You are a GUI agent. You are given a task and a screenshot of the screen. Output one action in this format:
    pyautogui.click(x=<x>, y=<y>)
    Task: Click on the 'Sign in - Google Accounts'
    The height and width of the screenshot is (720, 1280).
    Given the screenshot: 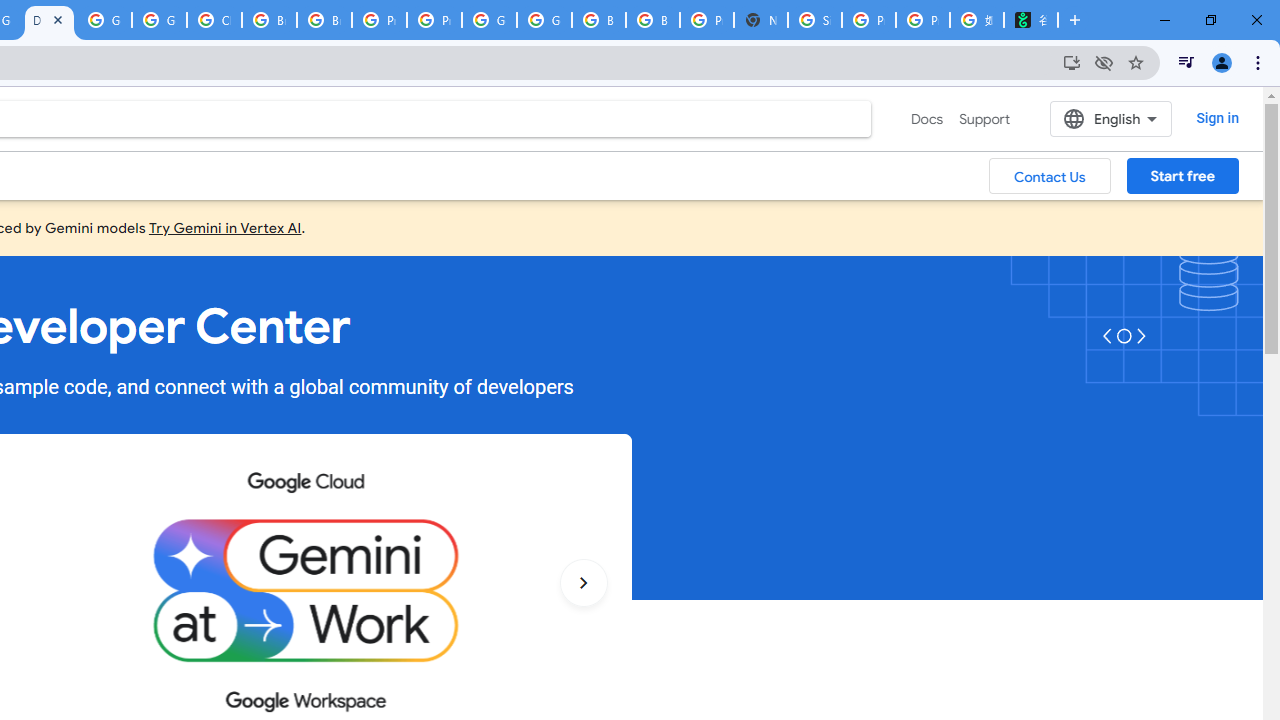 What is the action you would take?
    pyautogui.click(x=815, y=20)
    